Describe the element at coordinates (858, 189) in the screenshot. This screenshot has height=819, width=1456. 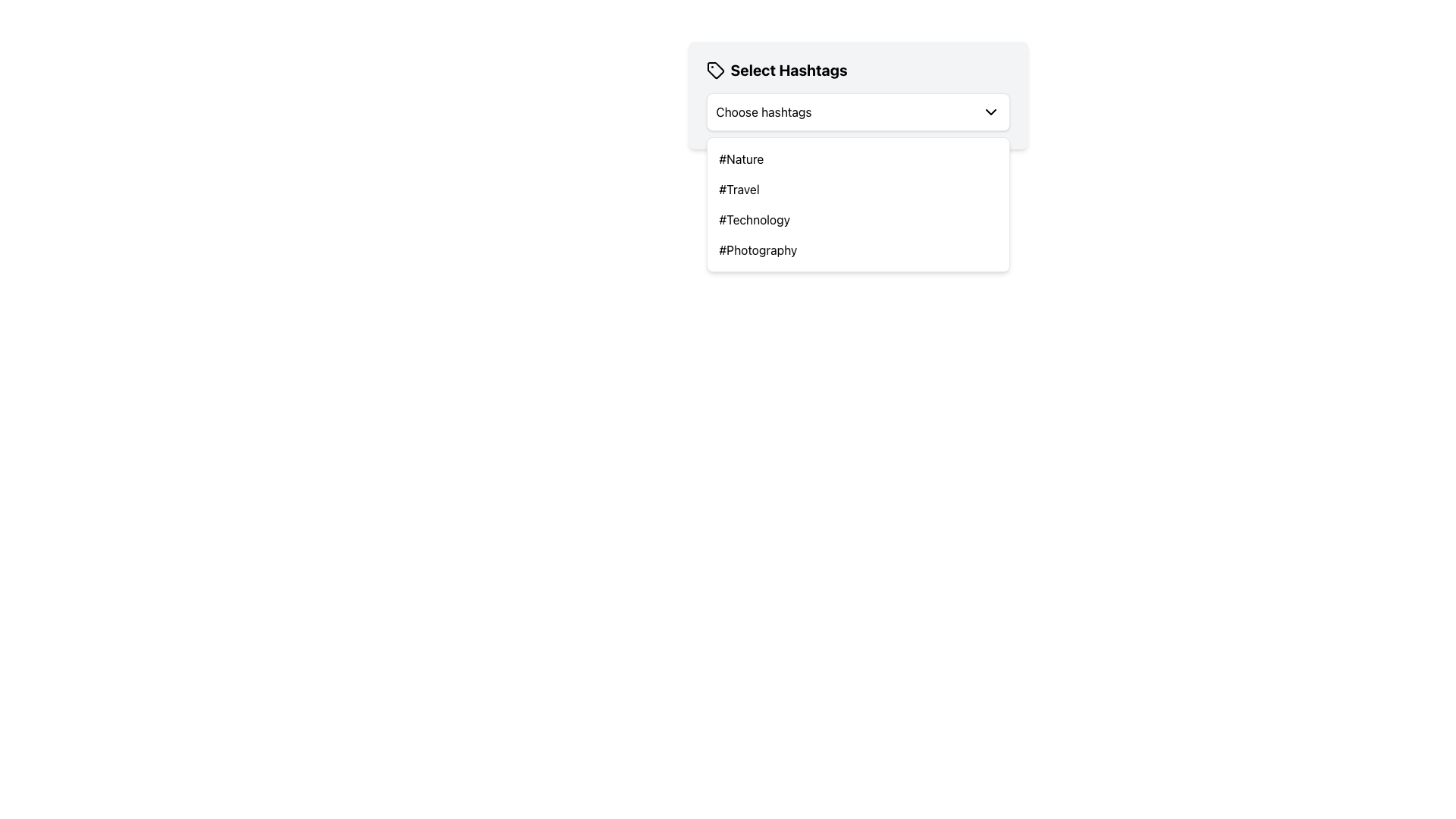
I see `the selectable list item labeled '#Travel' in the dropdown menu to navigate` at that location.